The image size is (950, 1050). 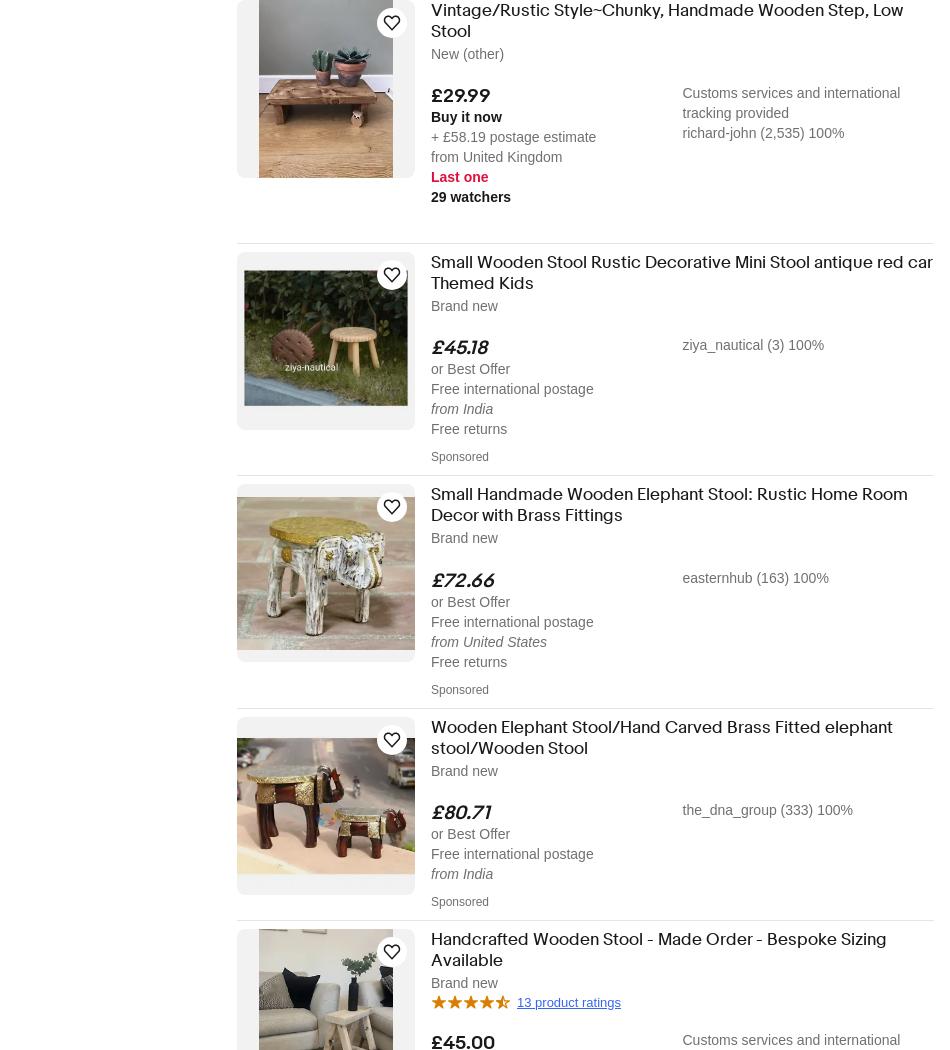 I want to click on 'Small Wooden Stool Rustic Decorative Mini Stool antique red car Themed Kids', so click(x=430, y=272).